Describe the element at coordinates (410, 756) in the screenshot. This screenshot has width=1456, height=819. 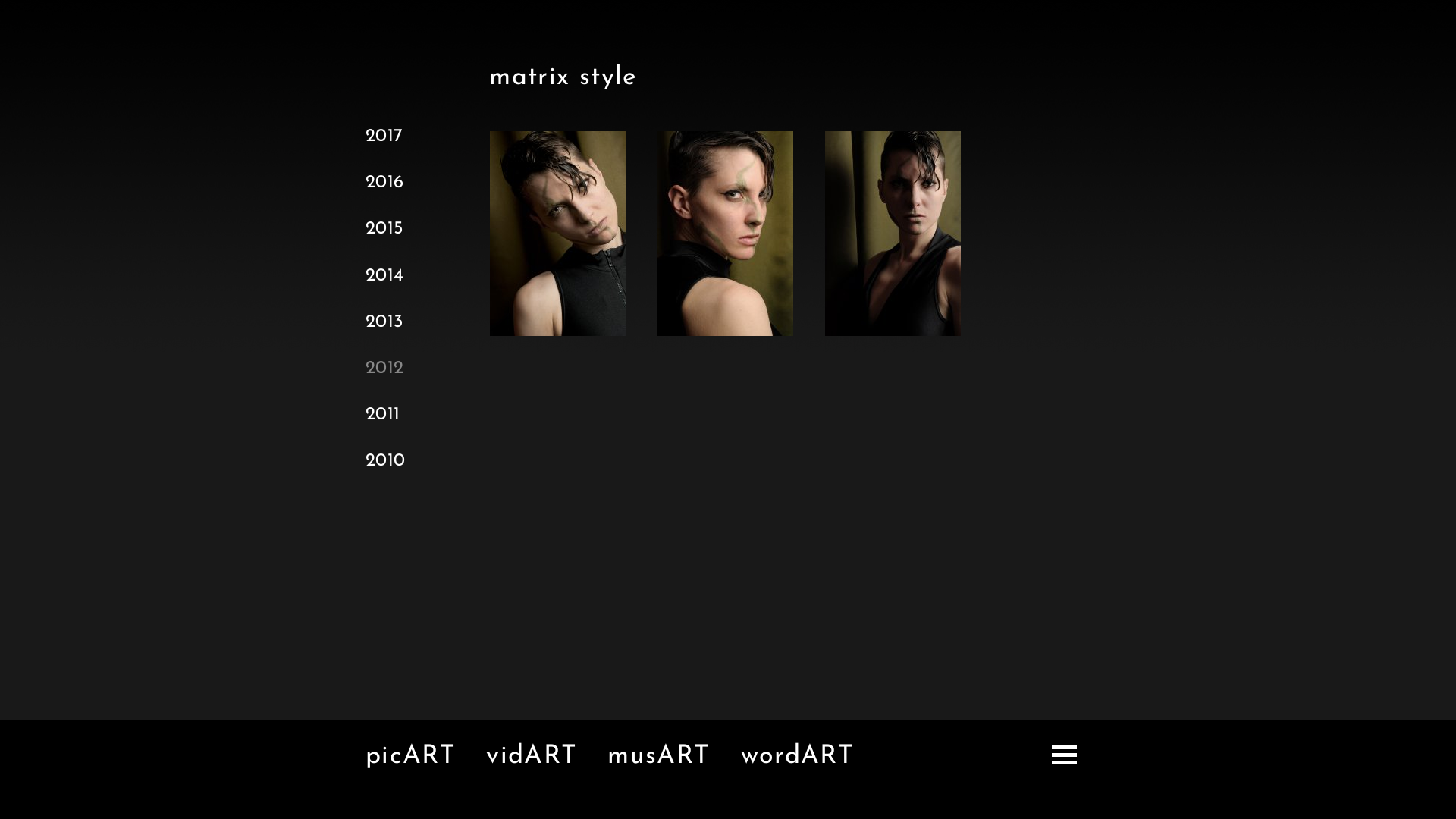
I see `'picART'` at that location.